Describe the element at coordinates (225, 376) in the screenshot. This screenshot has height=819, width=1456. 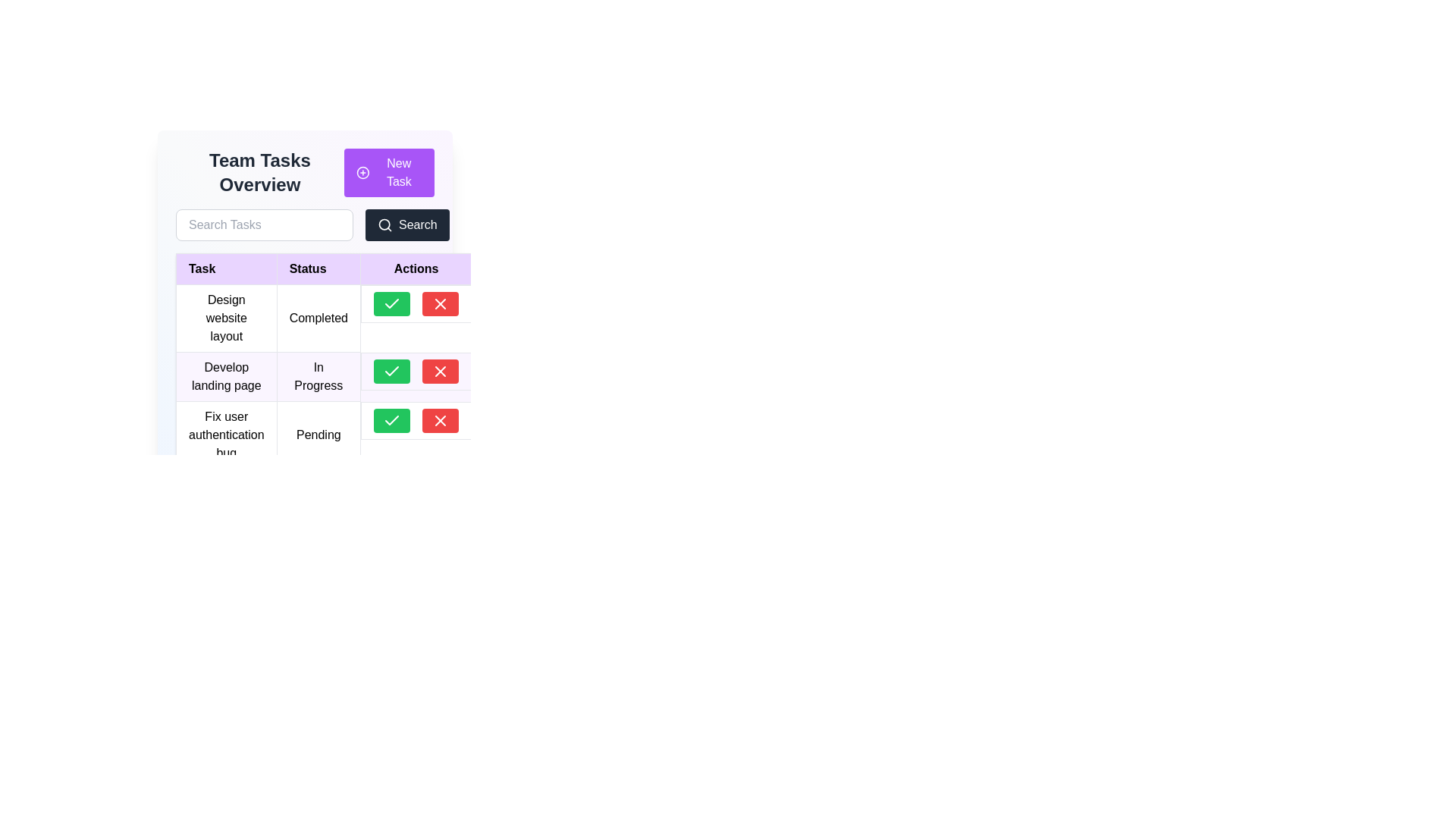
I see `the text label representing a task in the second row of the task overview table under the 'Task' column` at that location.